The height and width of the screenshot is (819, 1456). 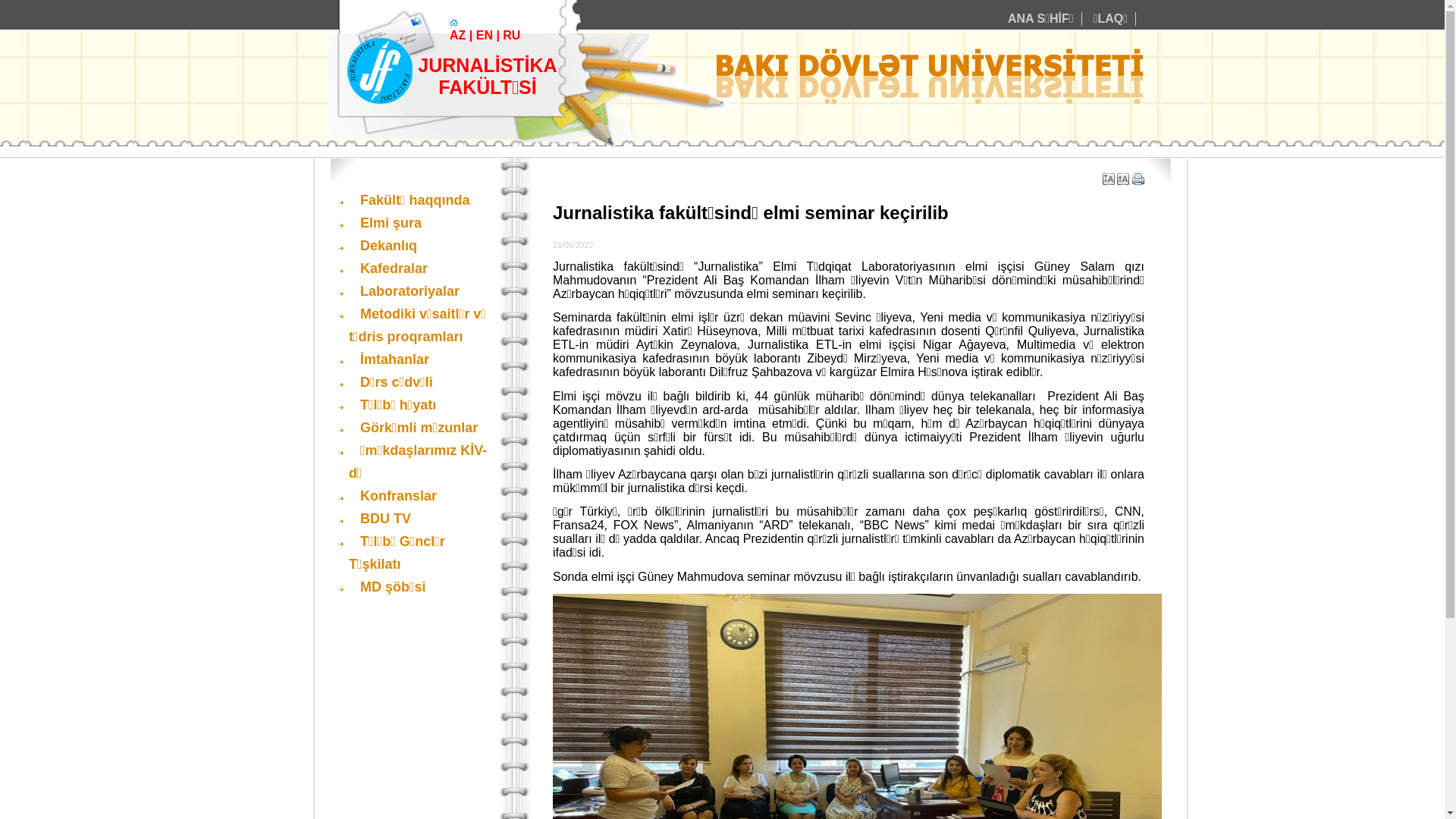 What do you see at coordinates (388, 268) in the screenshot?
I see `'Kafedralar'` at bounding box center [388, 268].